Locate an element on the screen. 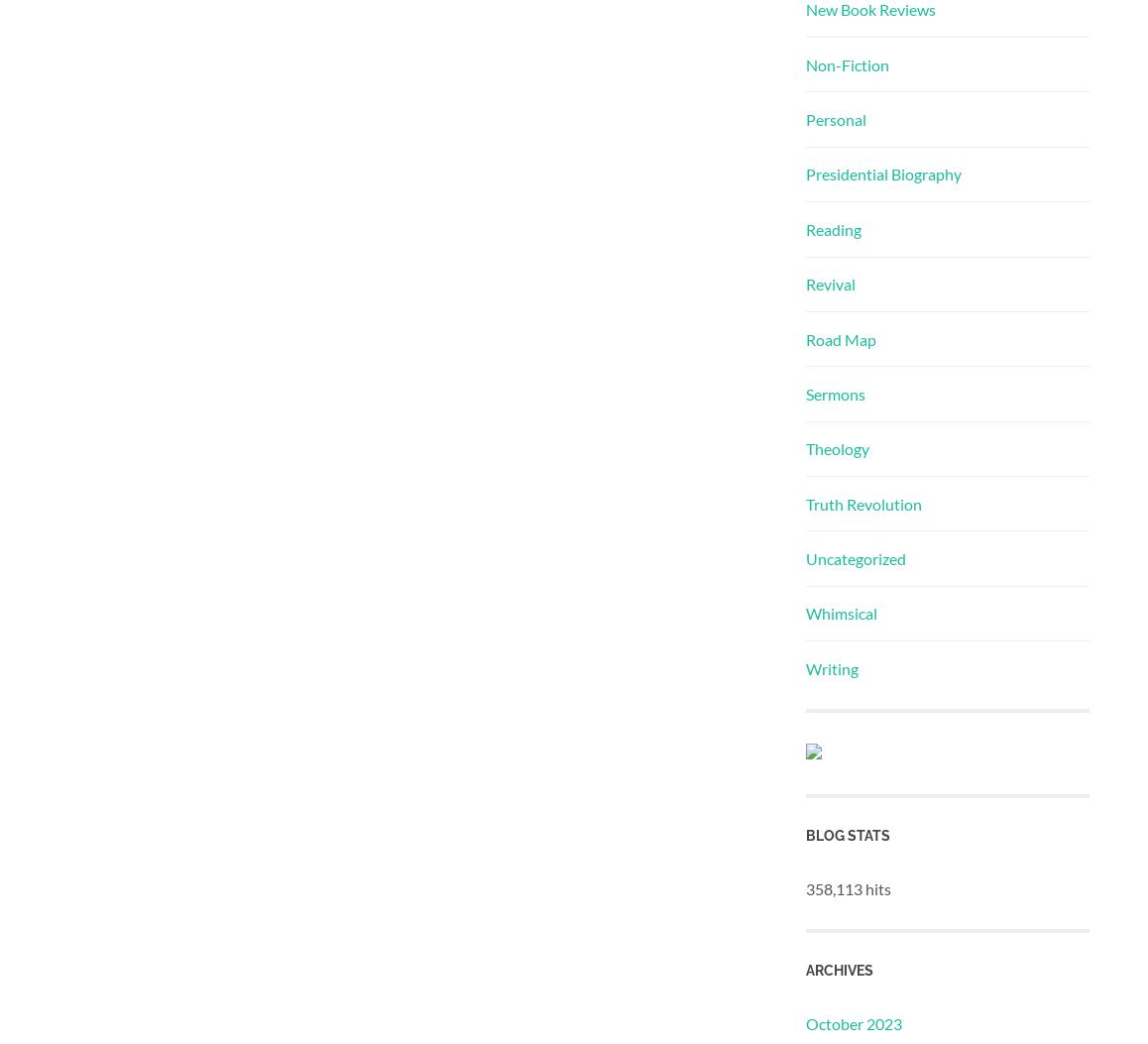  '358,113 hits' is located at coordinates (847, 887).